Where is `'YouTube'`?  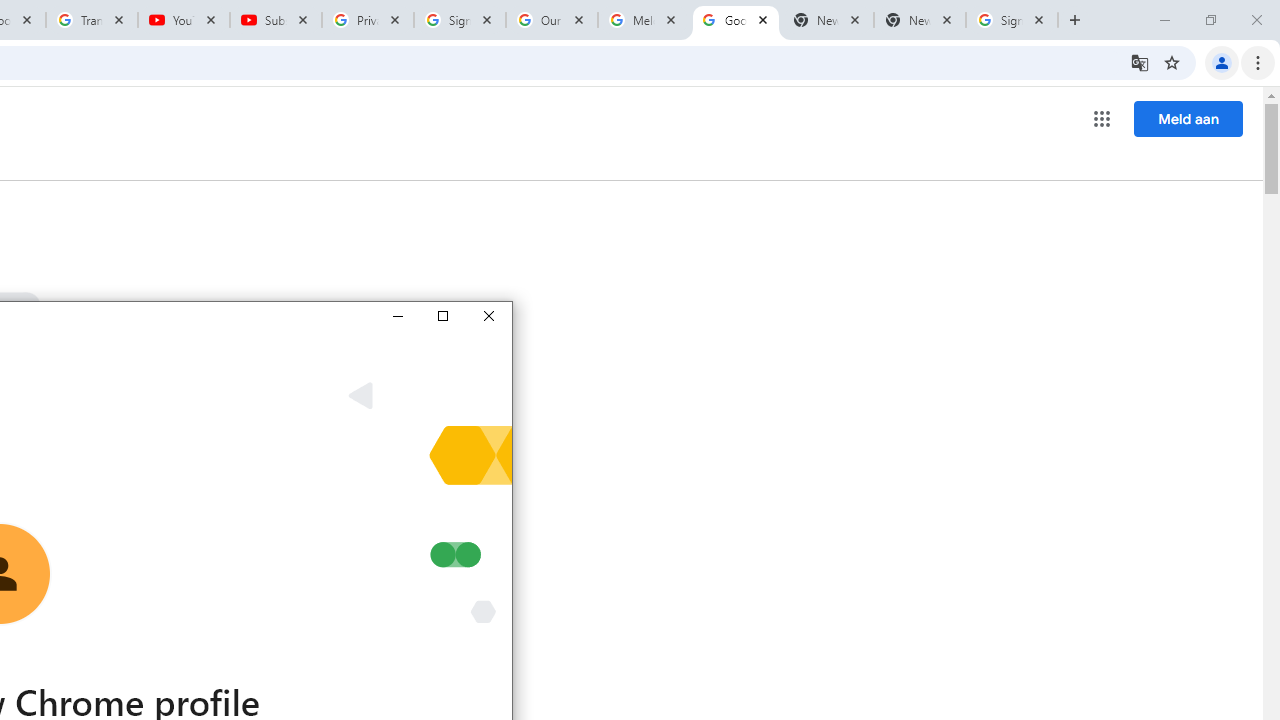
'YouTube' is located at coordinates (184, 20).